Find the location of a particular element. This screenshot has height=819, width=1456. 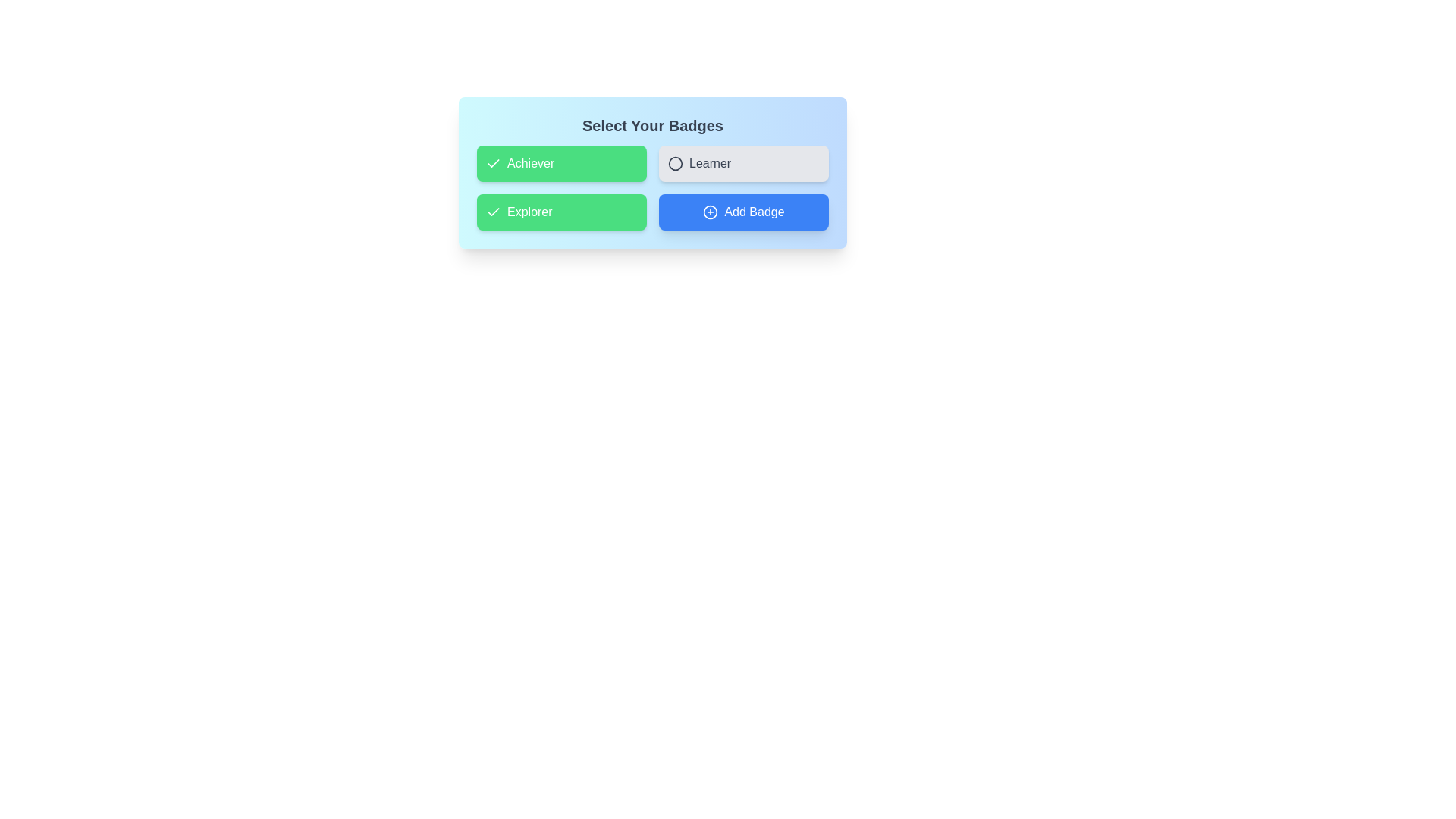

the badge Achiever to observe its animation effect is located at coordinates (560, 164).